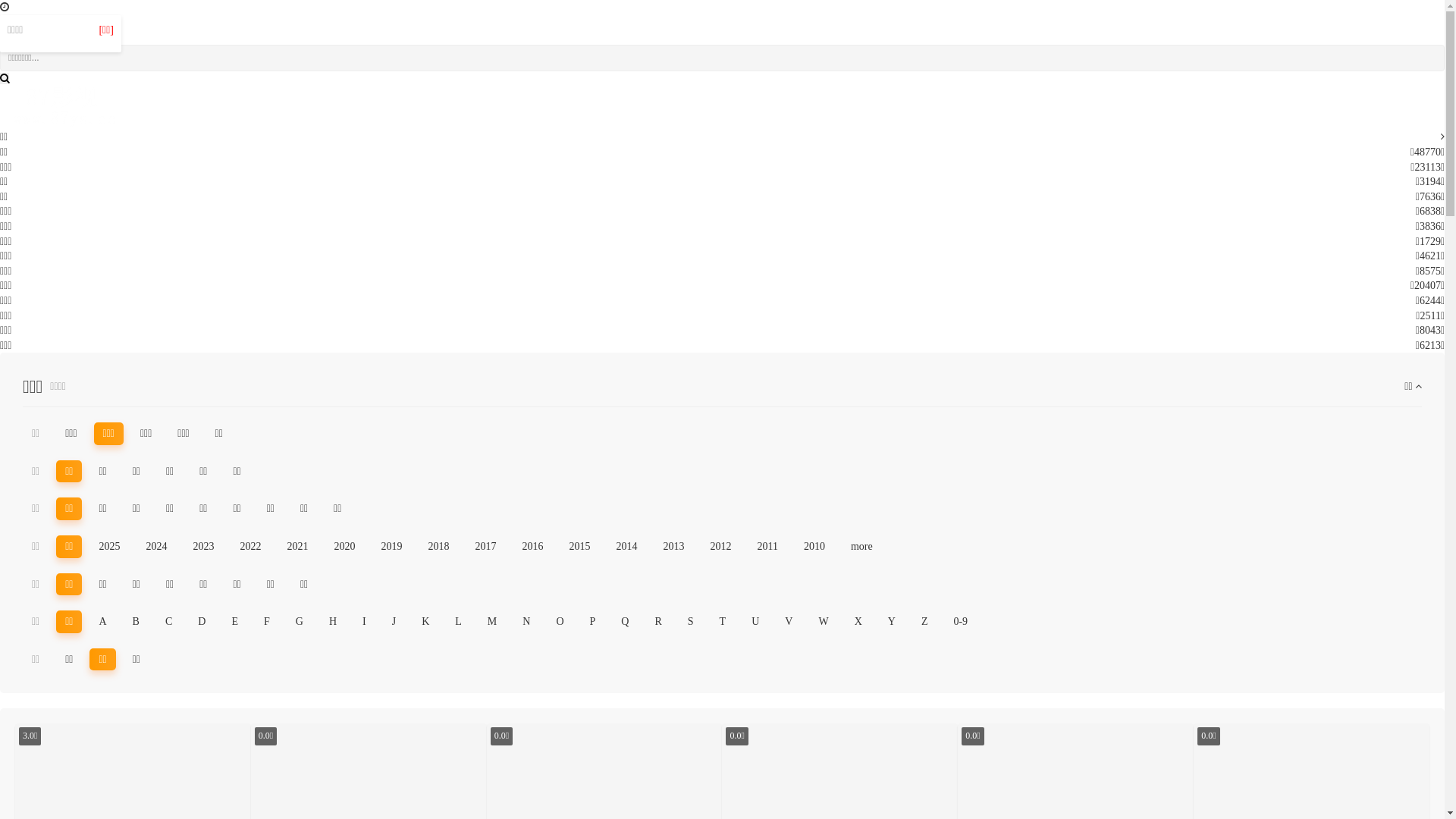 The image size is (1456, 819). I want to click on 'J', so click(394, 622).